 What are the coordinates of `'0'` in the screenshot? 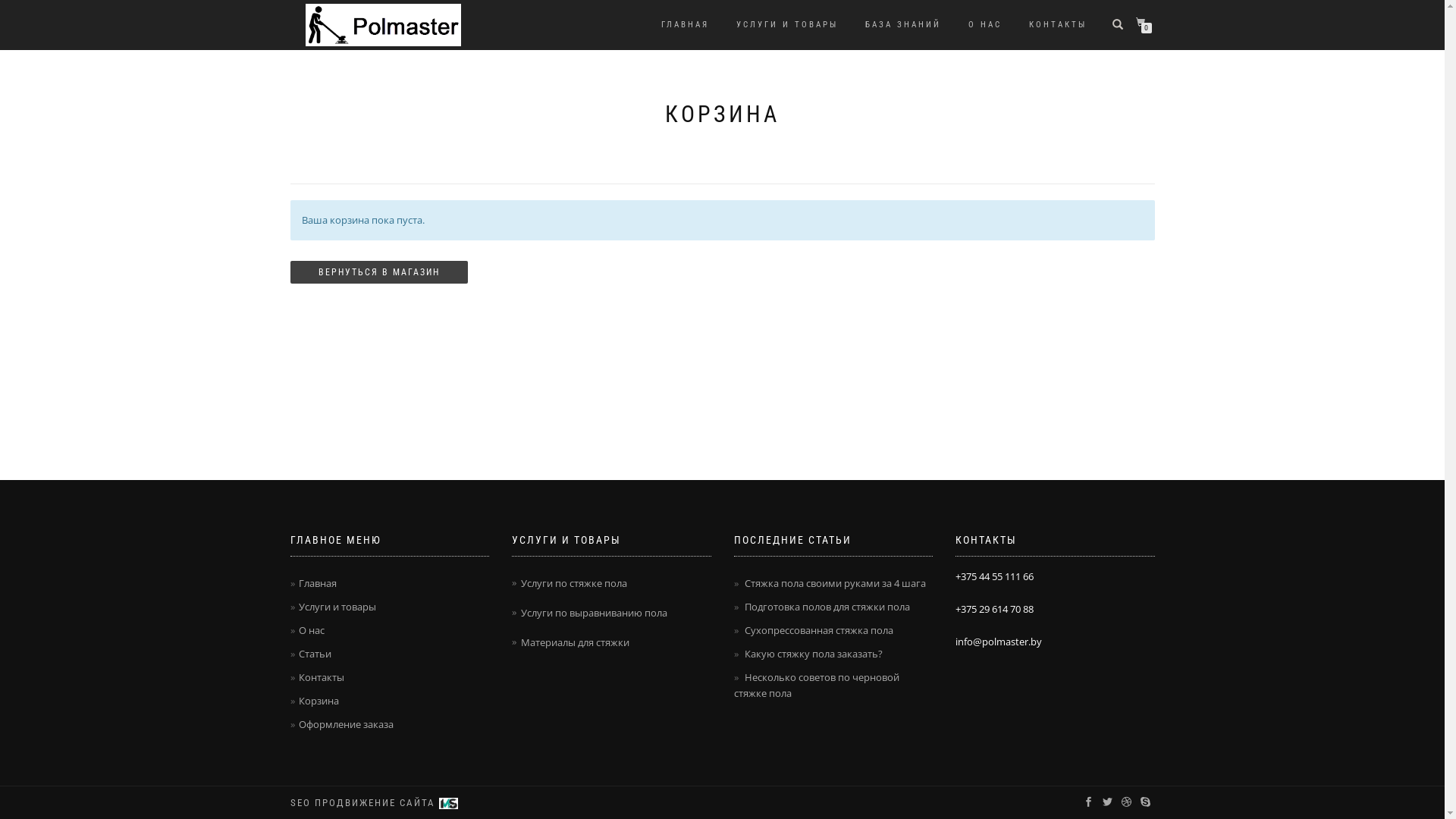 It's located at (1143, 23).